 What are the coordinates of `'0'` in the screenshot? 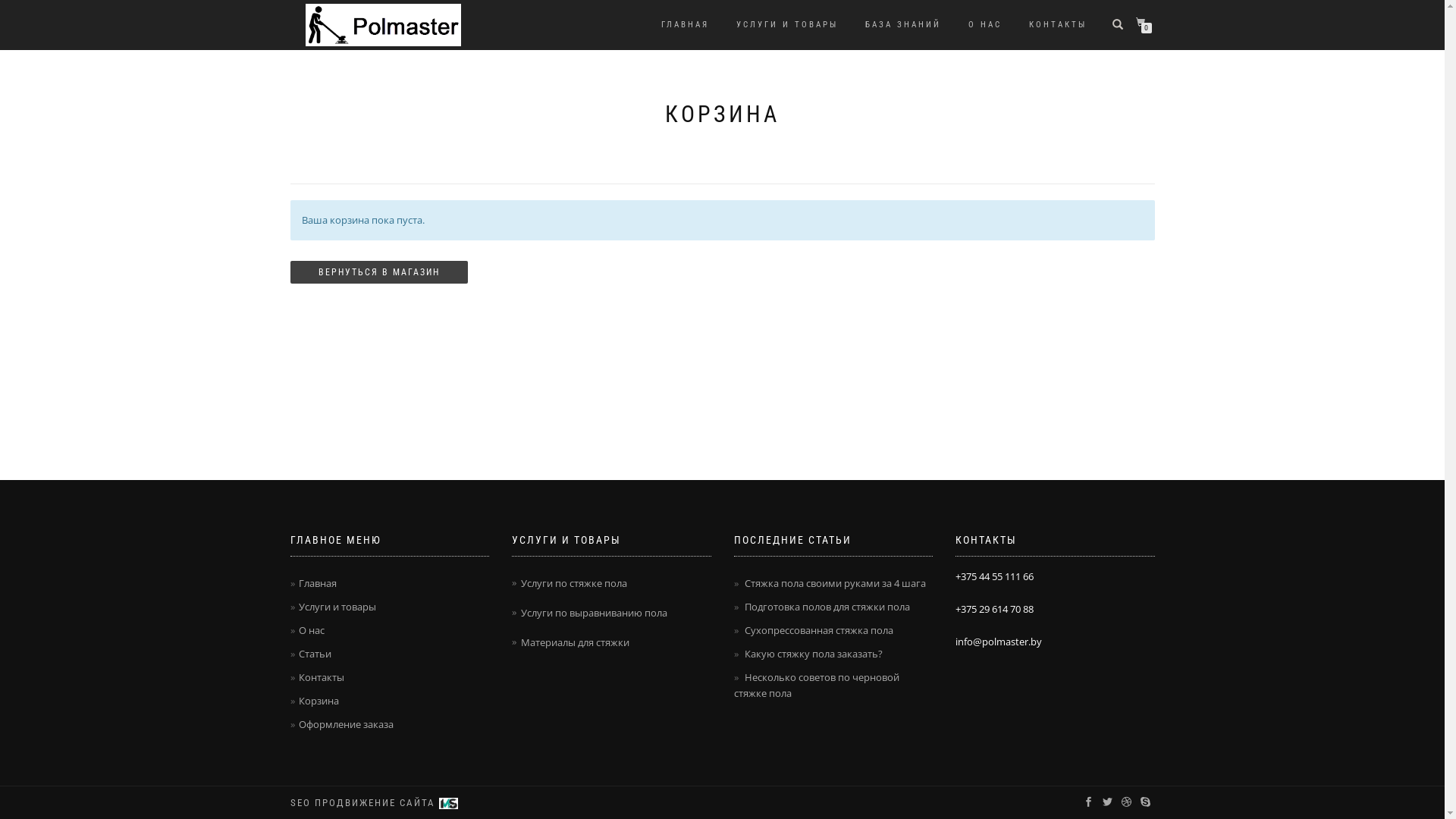 It's located at (1143, 23).